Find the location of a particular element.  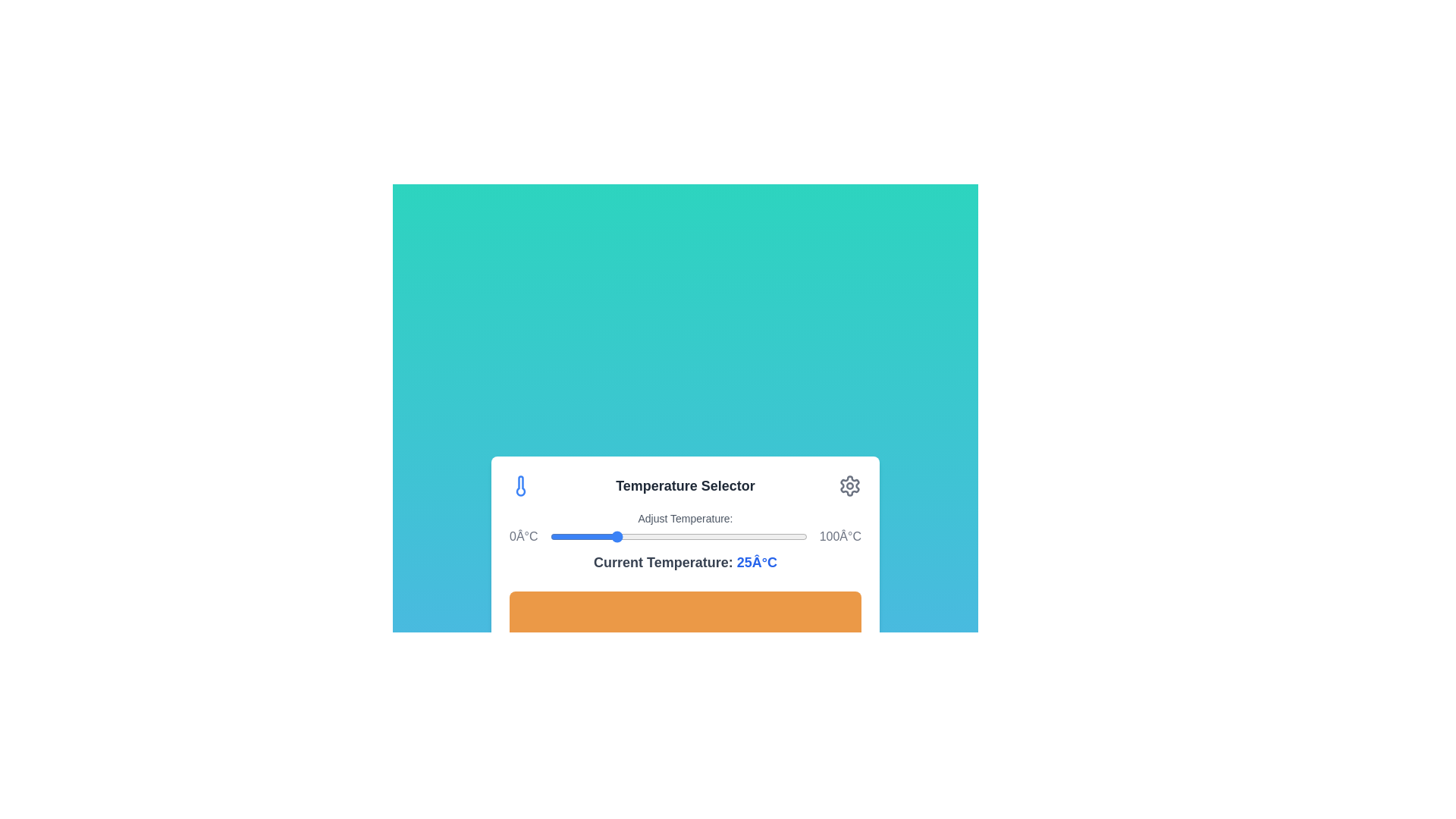

the thermometer icon is located at coordinates (520, 485).